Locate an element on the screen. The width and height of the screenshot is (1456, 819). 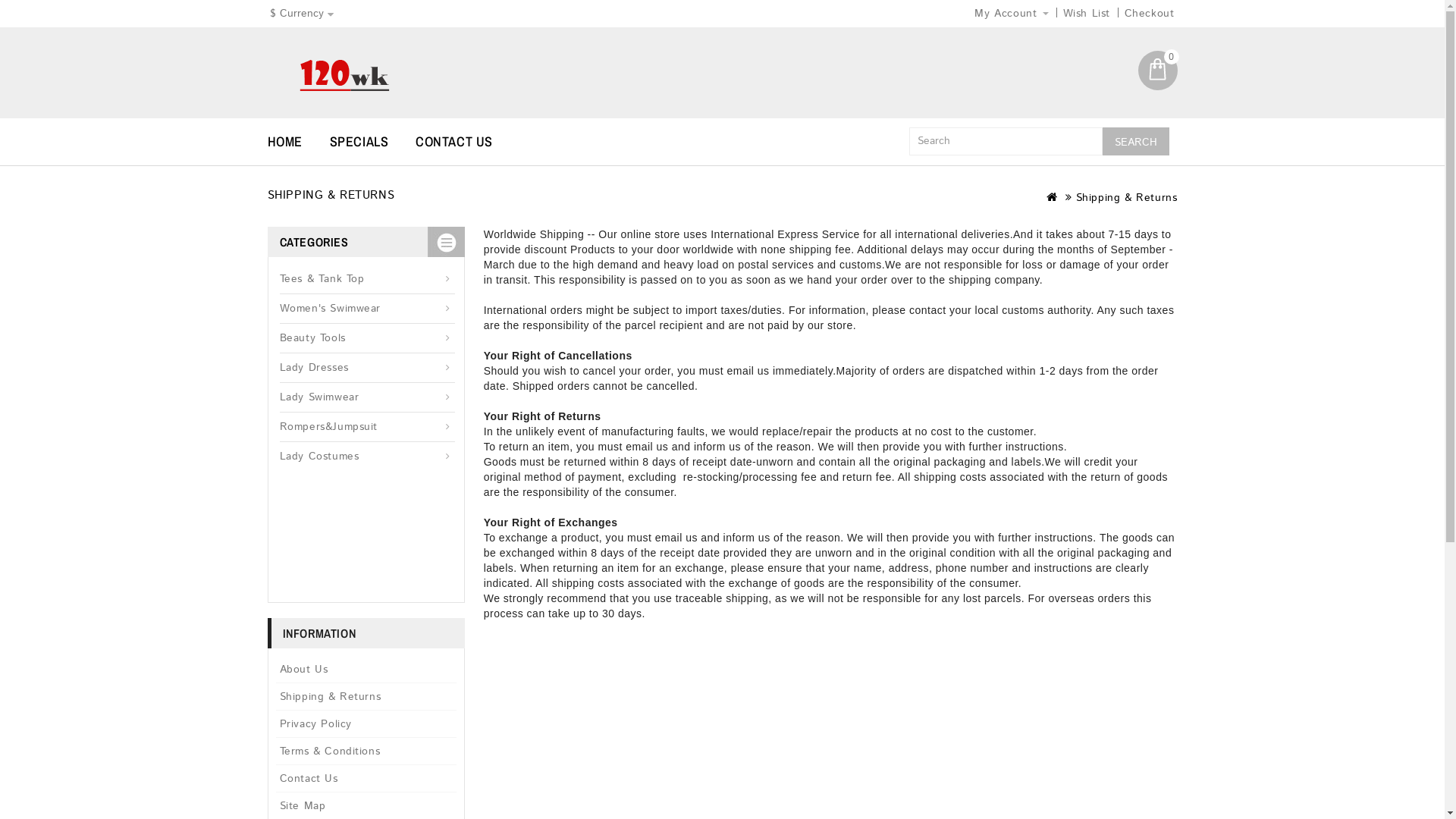
'CONTACT US' is located at coordinates (415, 141).